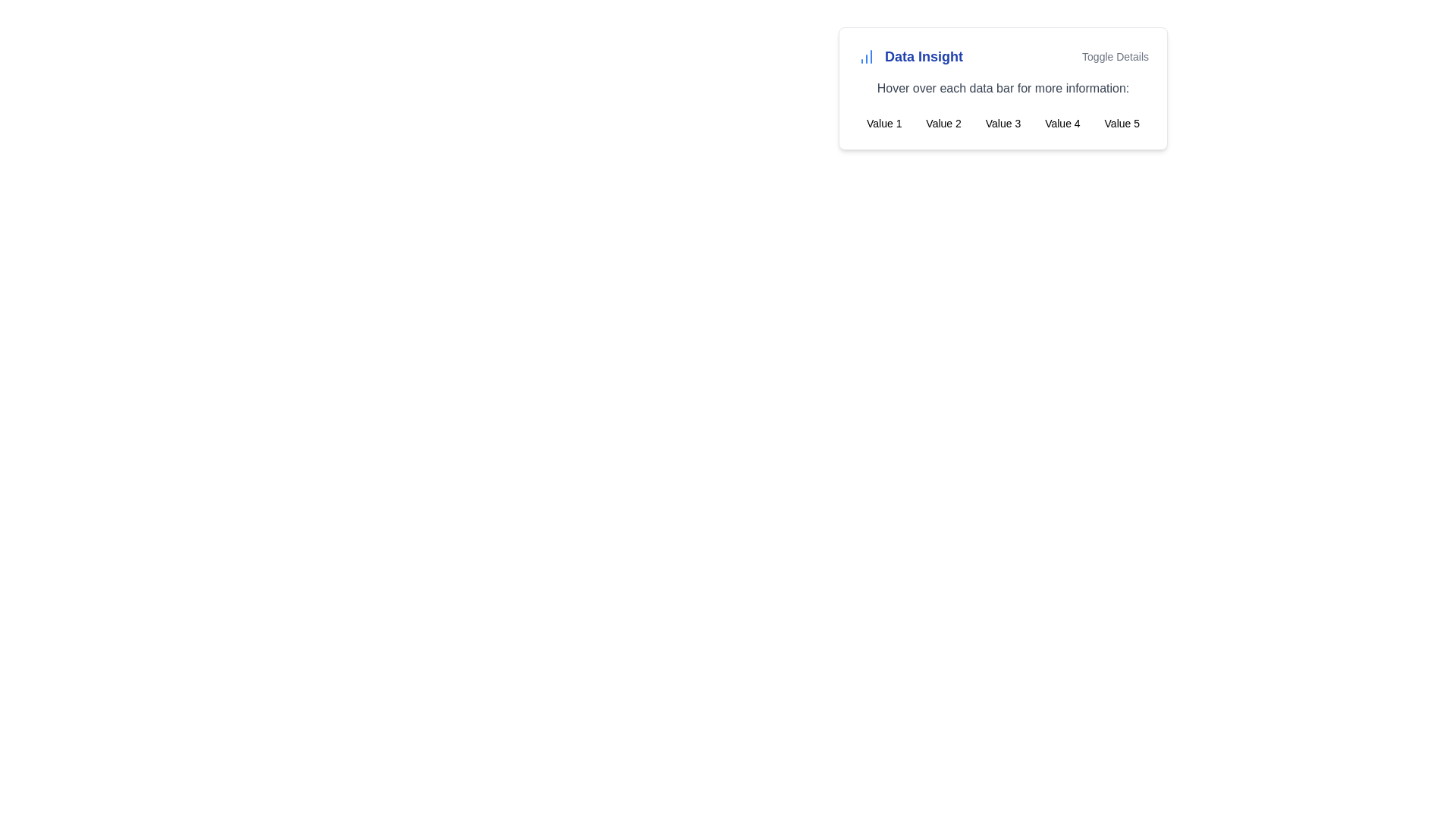  What do you see at coordinates (1062, 119) in the screenshot?
I see `the text label reading 'Value 4'` at bounding box center [1062, 119].